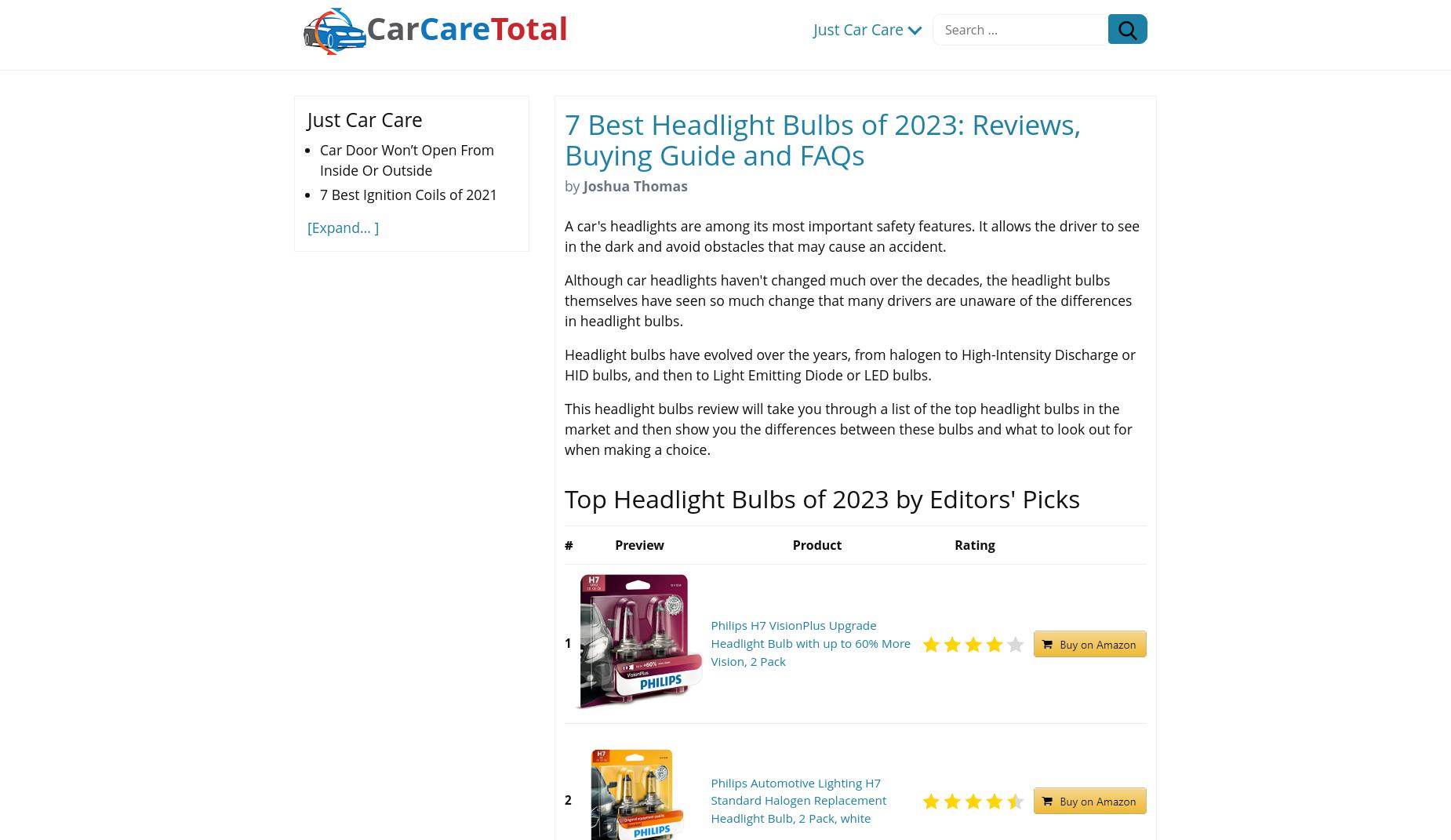 The image size is (1451, 840). Describe the element at coordinates (408, 193) in the screenshot. I see `'7 Best Ignition Coils of 2021'` at that location.